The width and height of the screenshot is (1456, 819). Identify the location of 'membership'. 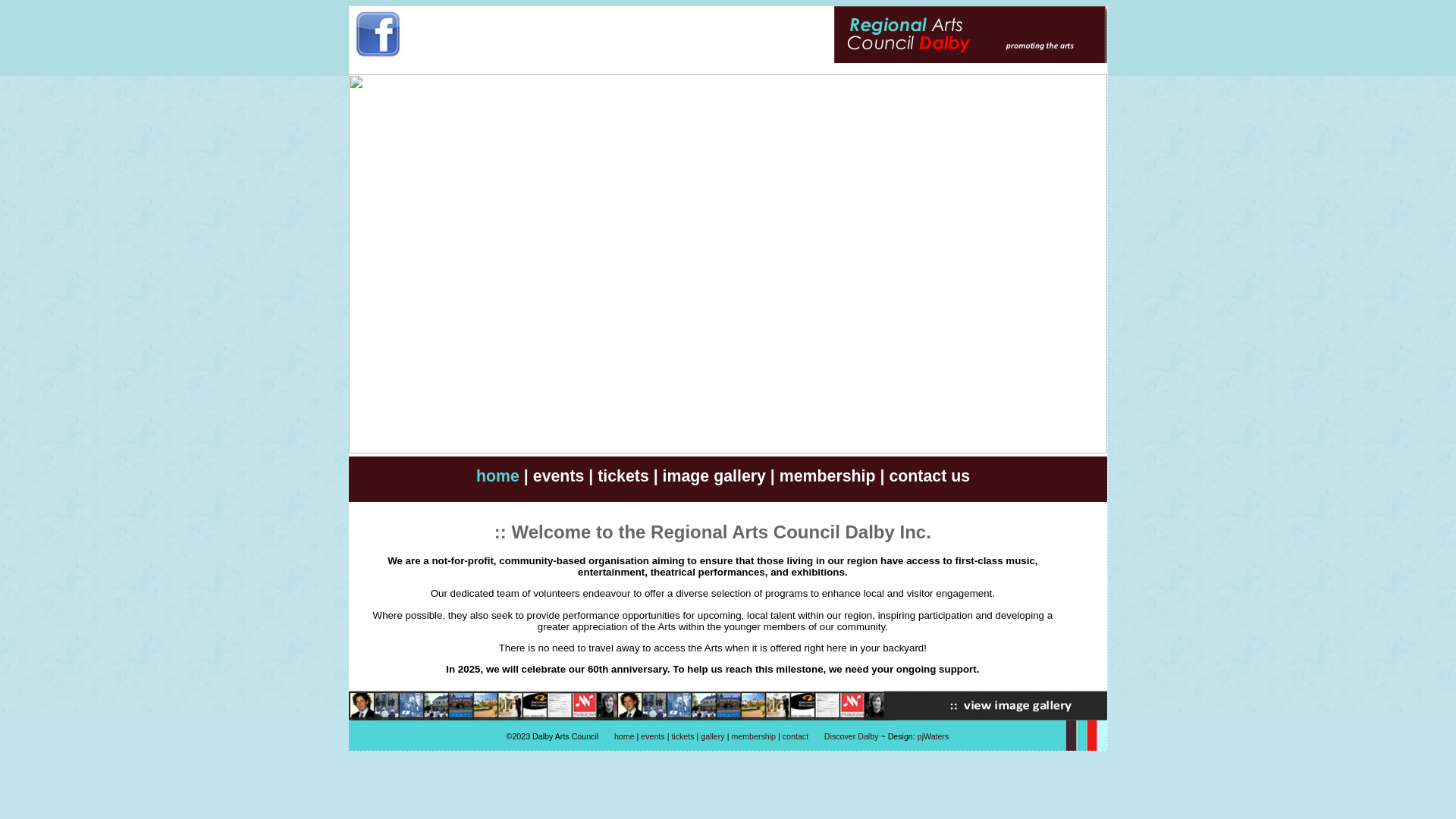
(753, 736).